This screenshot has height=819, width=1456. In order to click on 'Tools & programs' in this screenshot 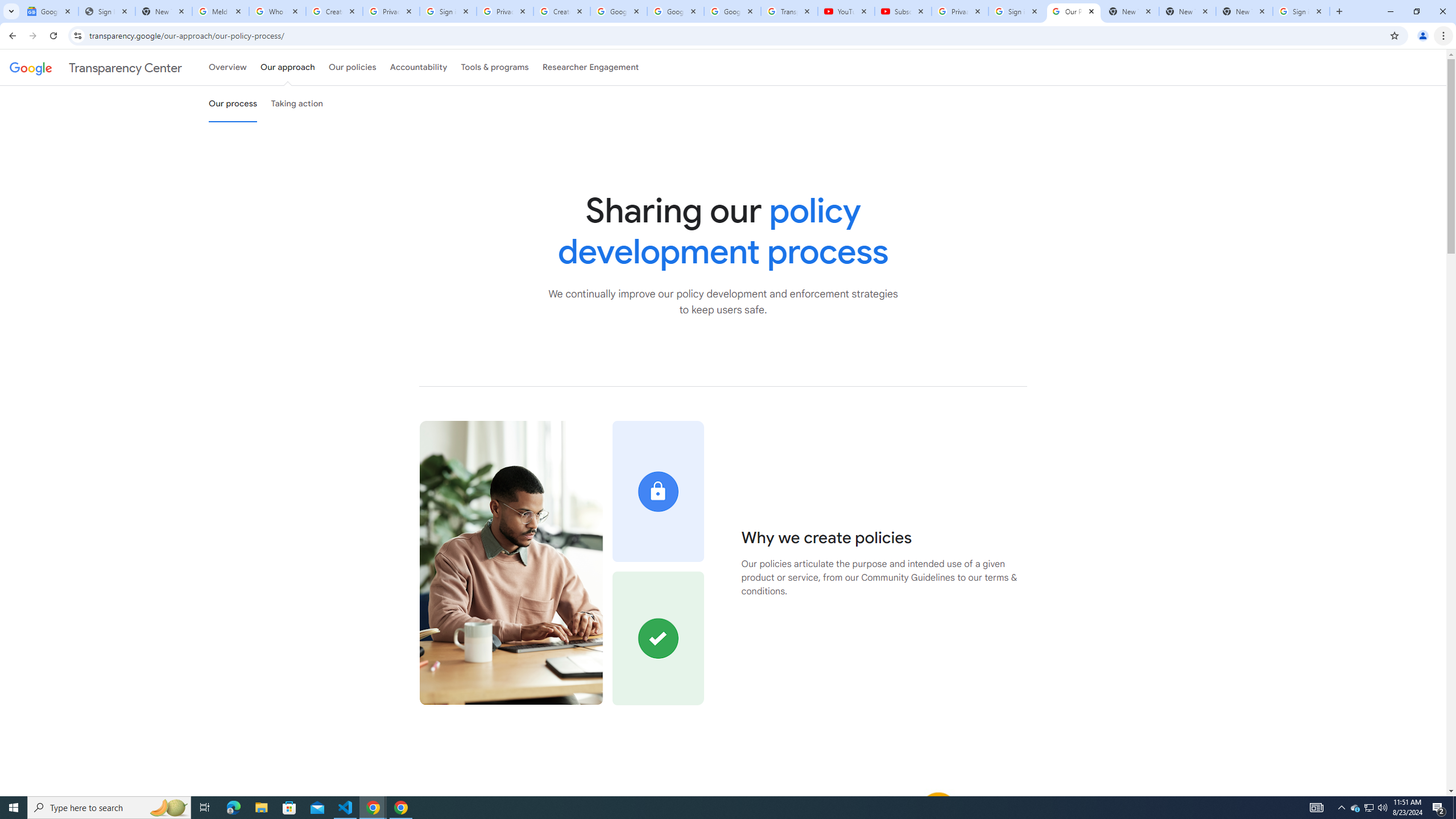, I will do `click(494, 67)`.